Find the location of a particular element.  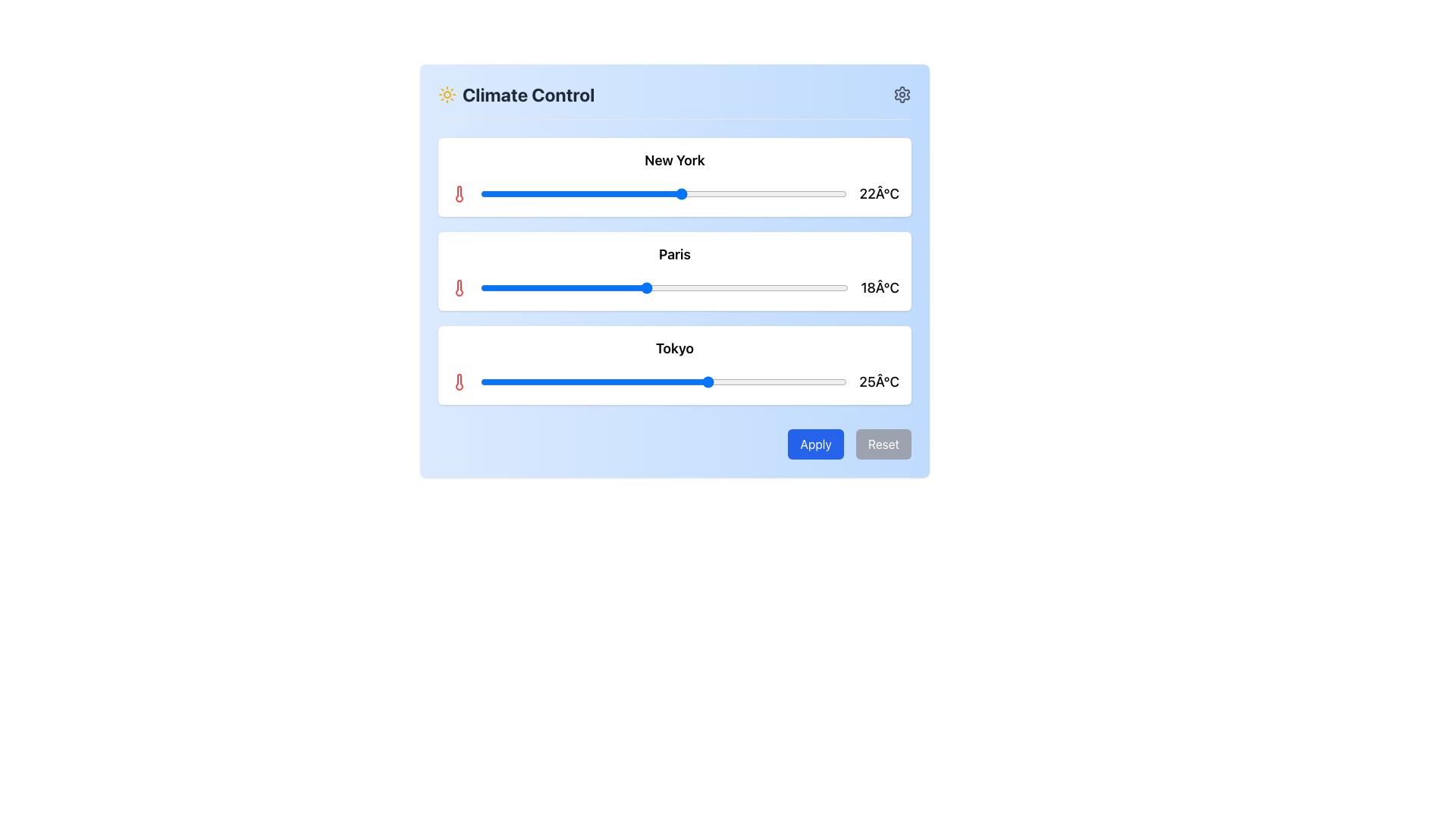

the Tokyo temperature is located at coordinates (828, 381).